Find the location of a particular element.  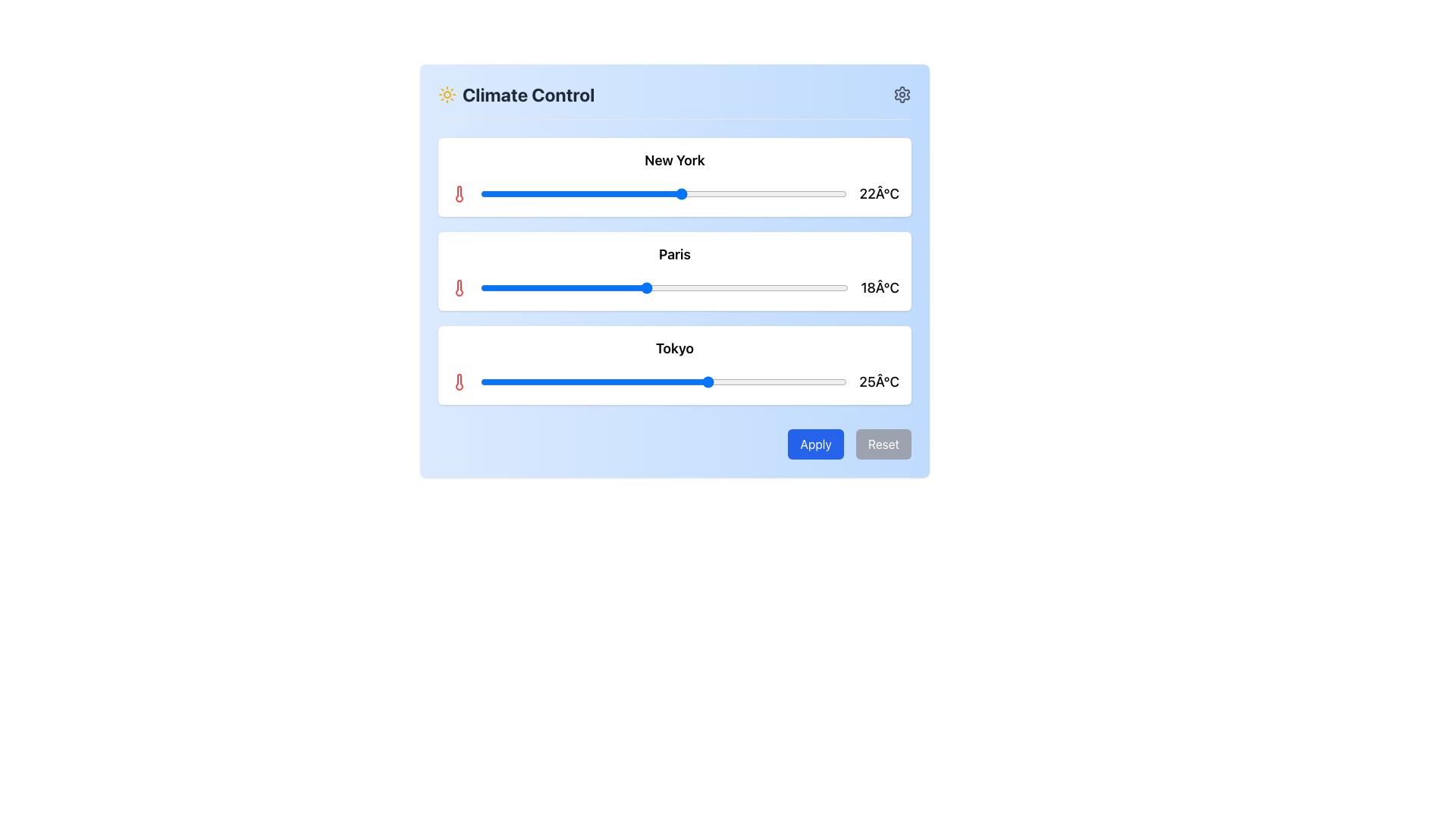

the Tokyo temperature is located at coordinates (828, 381).